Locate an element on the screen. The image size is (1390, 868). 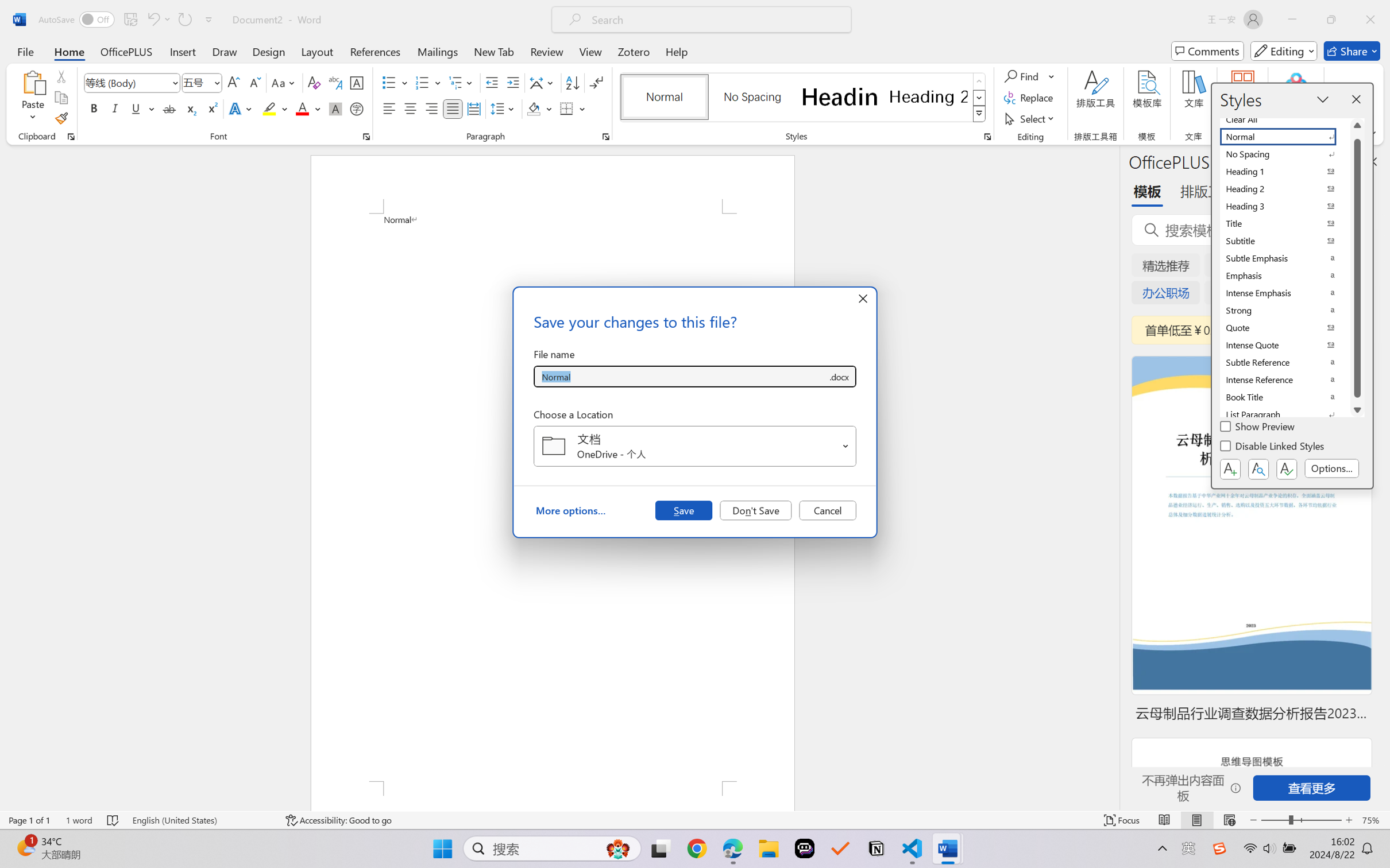
'AutoSave' is located at coordinates (76, 19).